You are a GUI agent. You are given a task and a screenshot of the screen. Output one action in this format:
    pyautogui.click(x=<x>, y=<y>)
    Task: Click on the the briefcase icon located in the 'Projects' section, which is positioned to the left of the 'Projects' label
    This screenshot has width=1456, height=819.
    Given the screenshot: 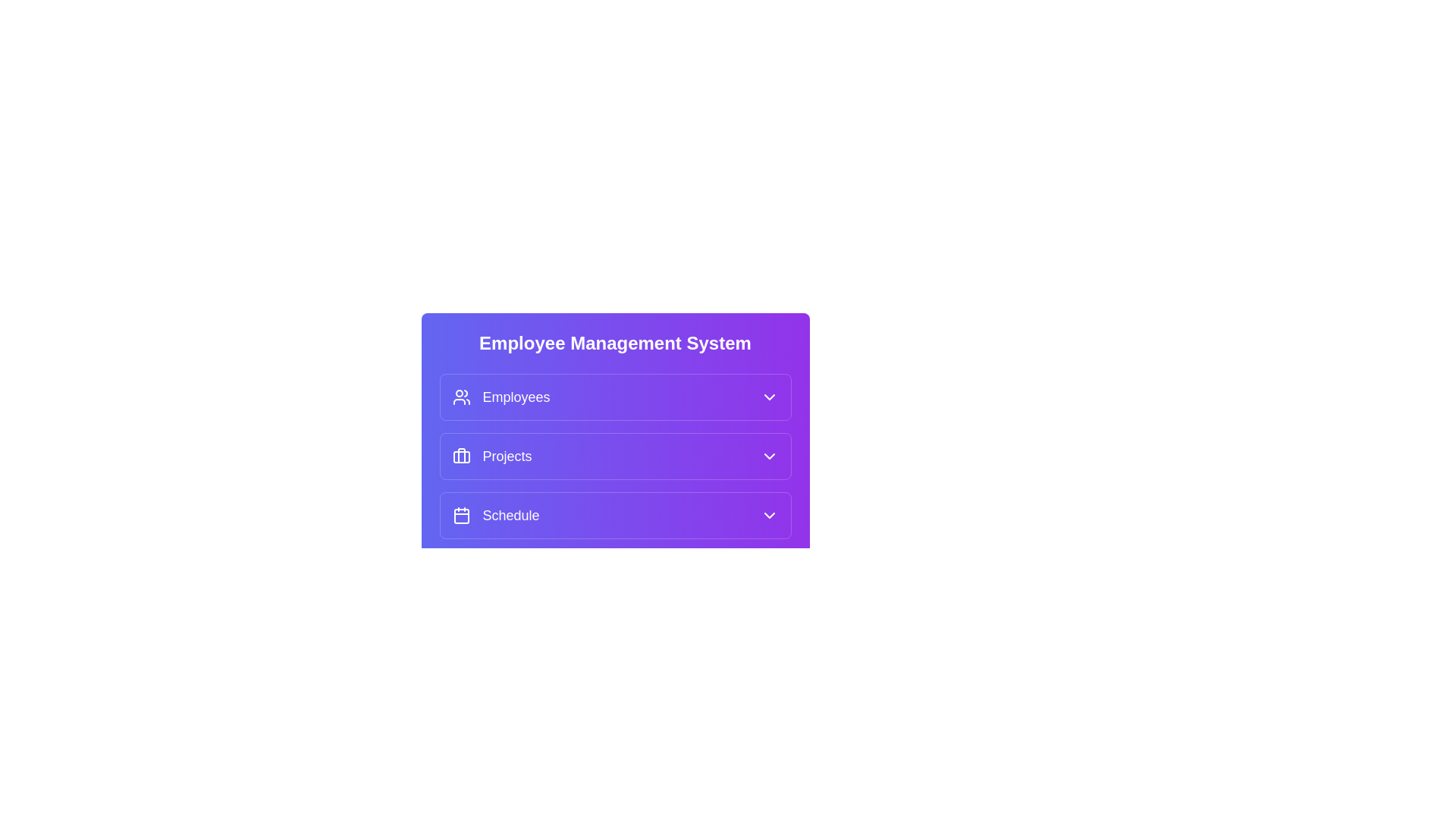 What is the action you would take?
    pyautogui.click(x=460, y=455)
    